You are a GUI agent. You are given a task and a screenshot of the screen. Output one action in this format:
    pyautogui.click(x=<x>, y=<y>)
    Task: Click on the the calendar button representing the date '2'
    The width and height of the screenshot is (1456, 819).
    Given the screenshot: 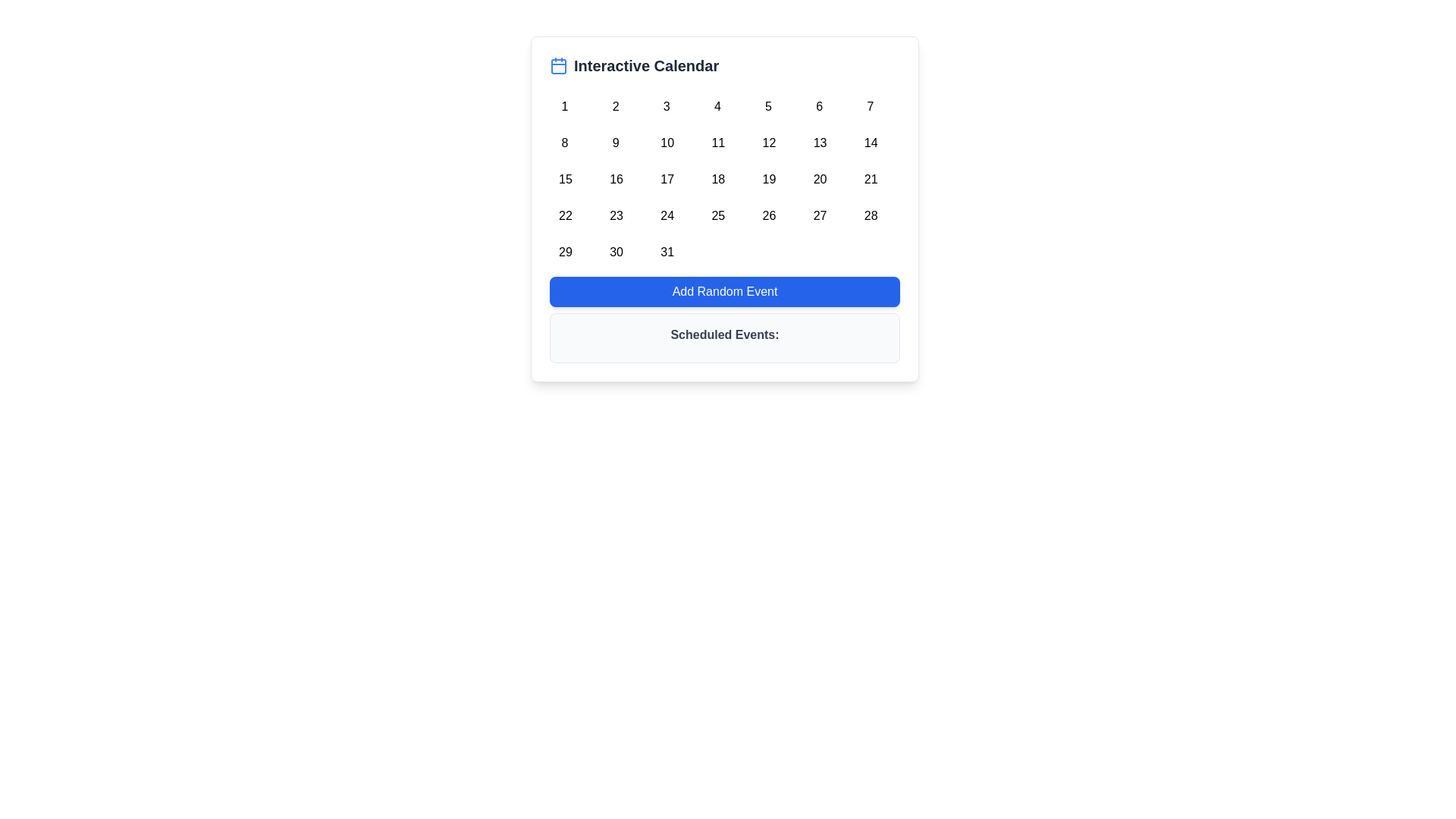 What is the action you would take?
    pyautogui.click(x=616, y=103)
    